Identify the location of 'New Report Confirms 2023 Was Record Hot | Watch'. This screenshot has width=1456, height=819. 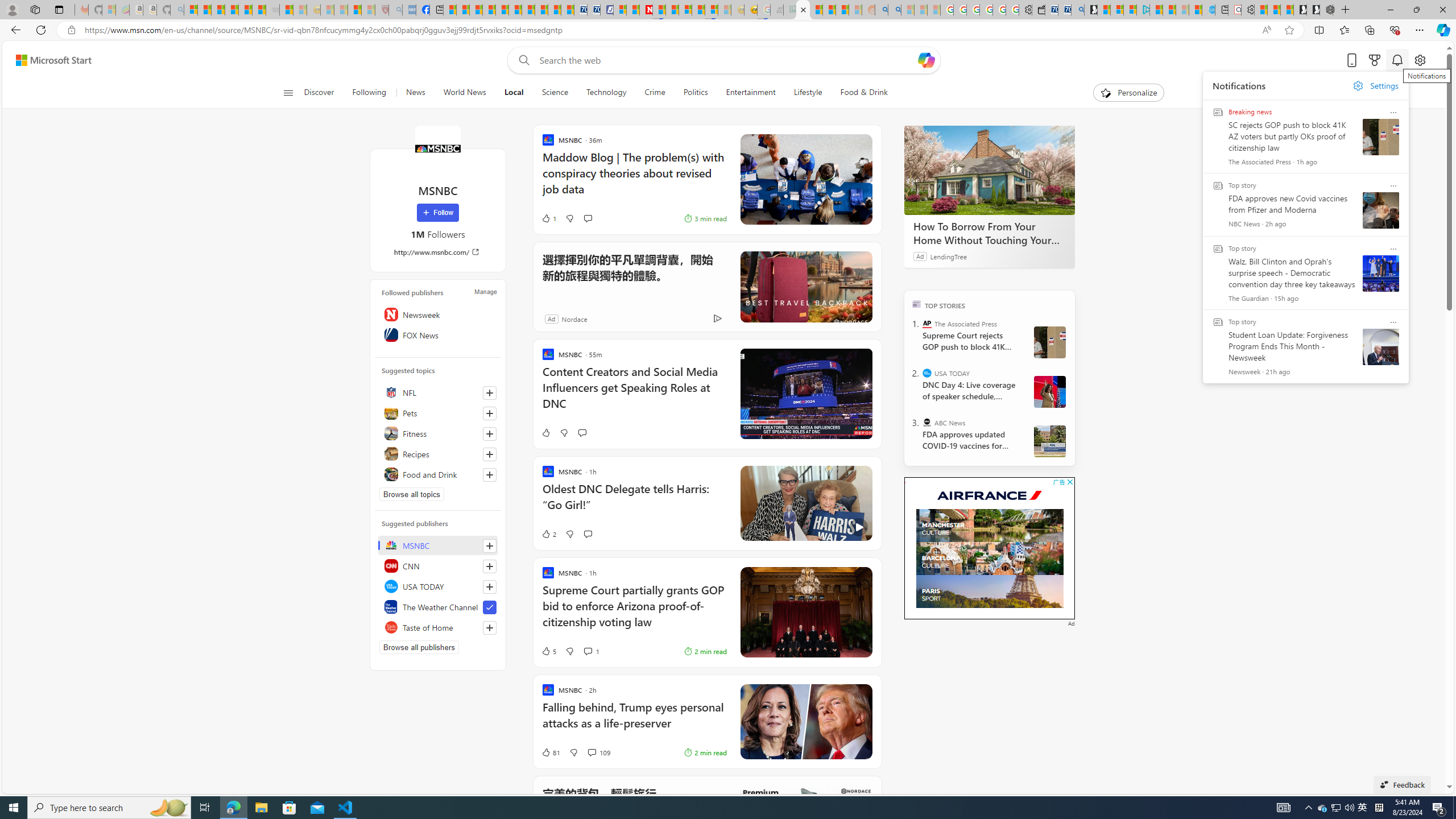
(246, 9).